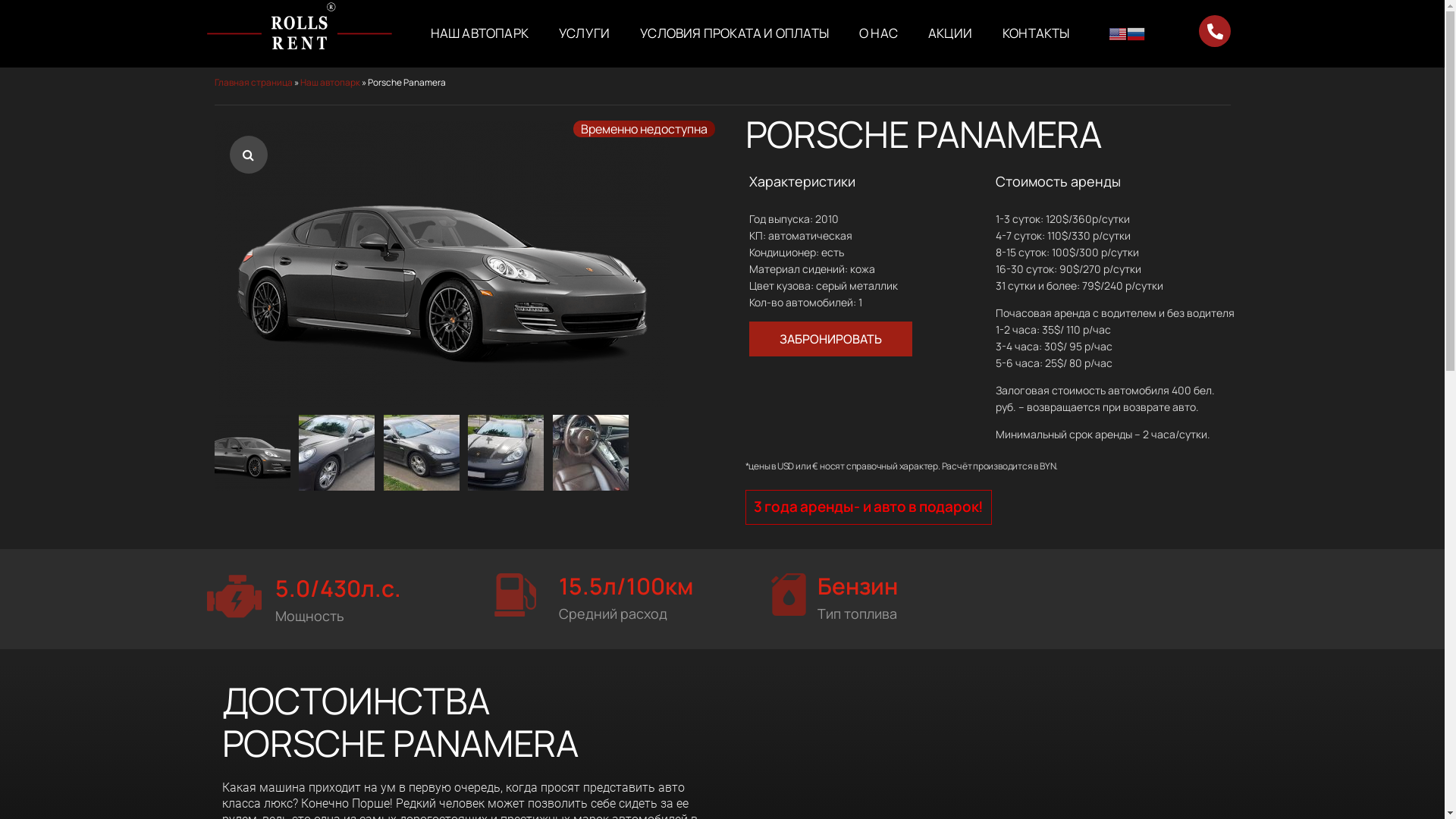  What do you see at coordinates (213, 262) in the screenshot?
I see `'porsche_panamera-min.7dsc9'` at bounding box center [213, 262].